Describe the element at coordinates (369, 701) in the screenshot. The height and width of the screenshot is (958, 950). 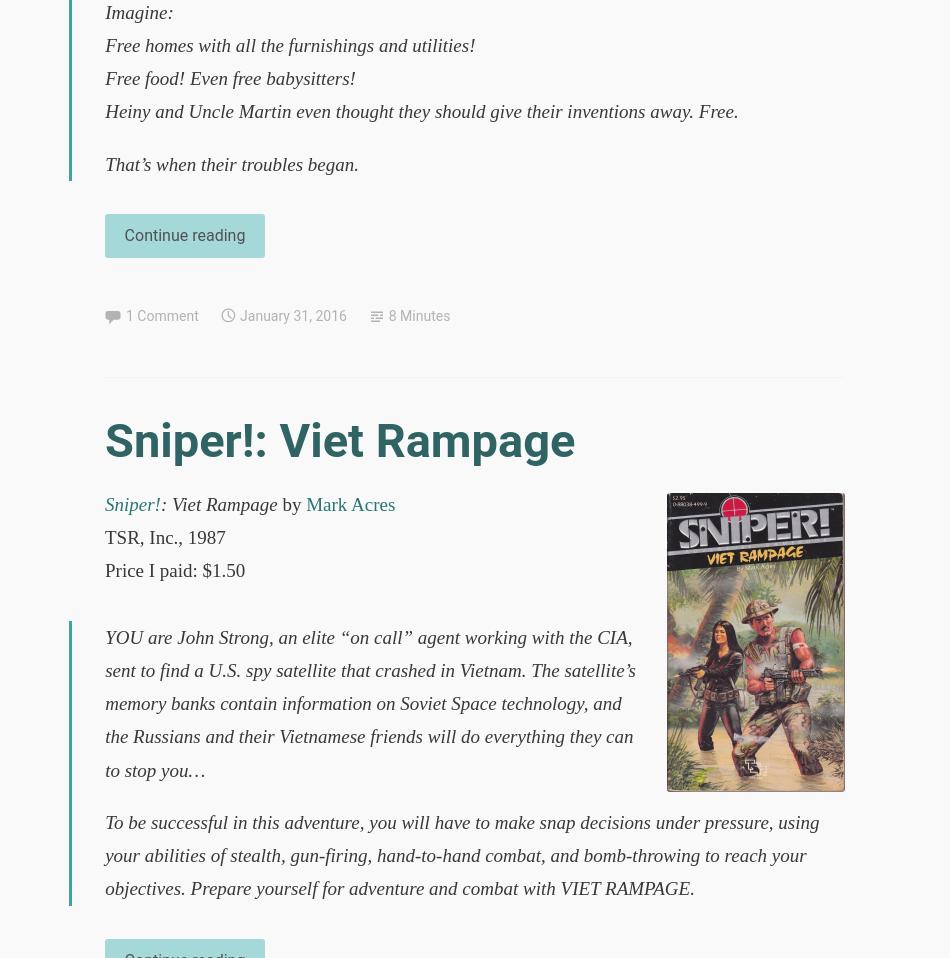
I see `'YOU are John Strong, an elite “on call” agent working with the CIA, sent to find a U.S. spy satellite that crashed in Vietnam. The satellite’s memory banks contain information on Soviet Space technology, and the Russians and their Vietnamese friends will do everything they can to stop you…'` at that location.